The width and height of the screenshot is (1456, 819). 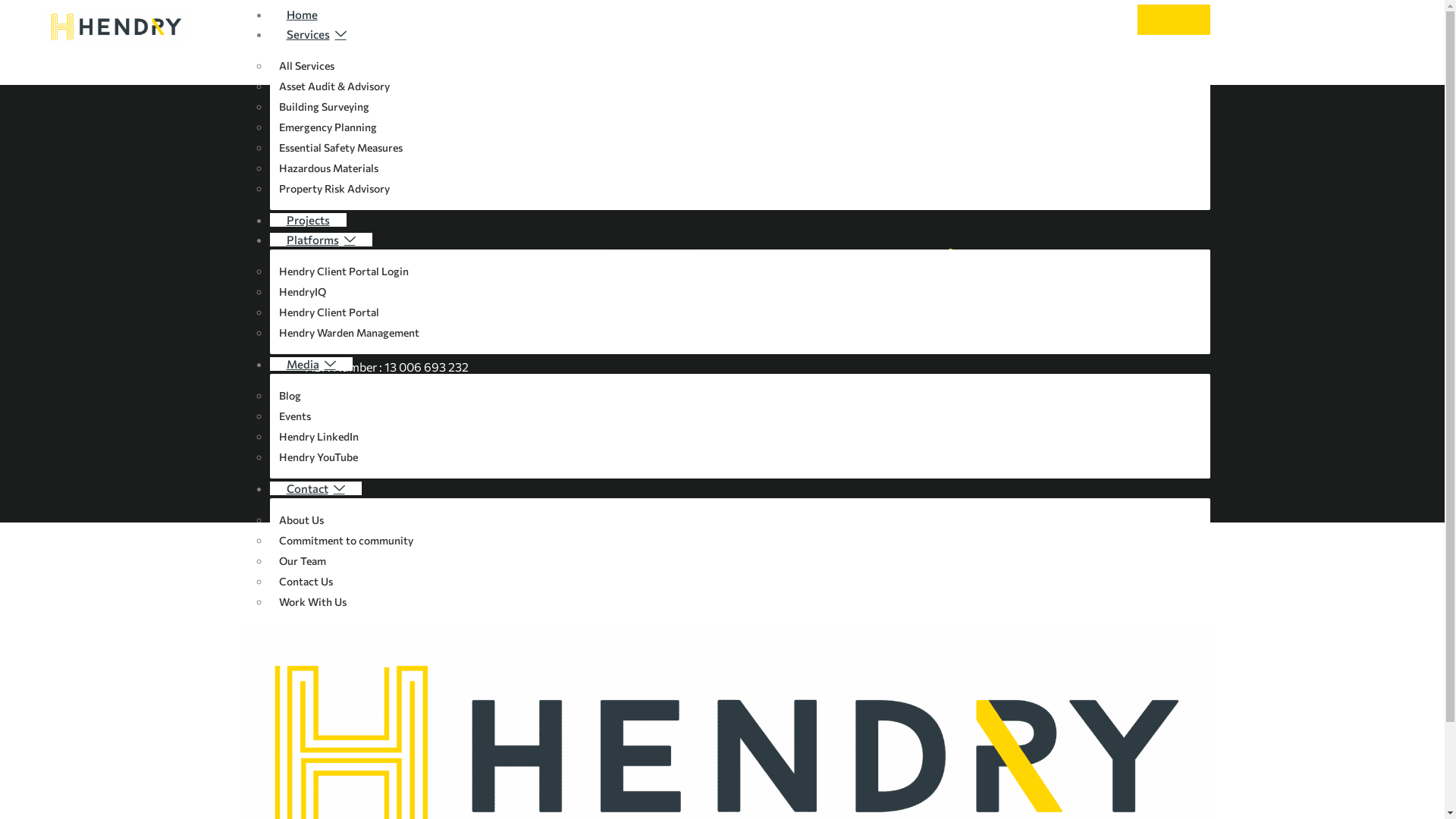 I want to click on 'Events', so click(x=294, y=416).